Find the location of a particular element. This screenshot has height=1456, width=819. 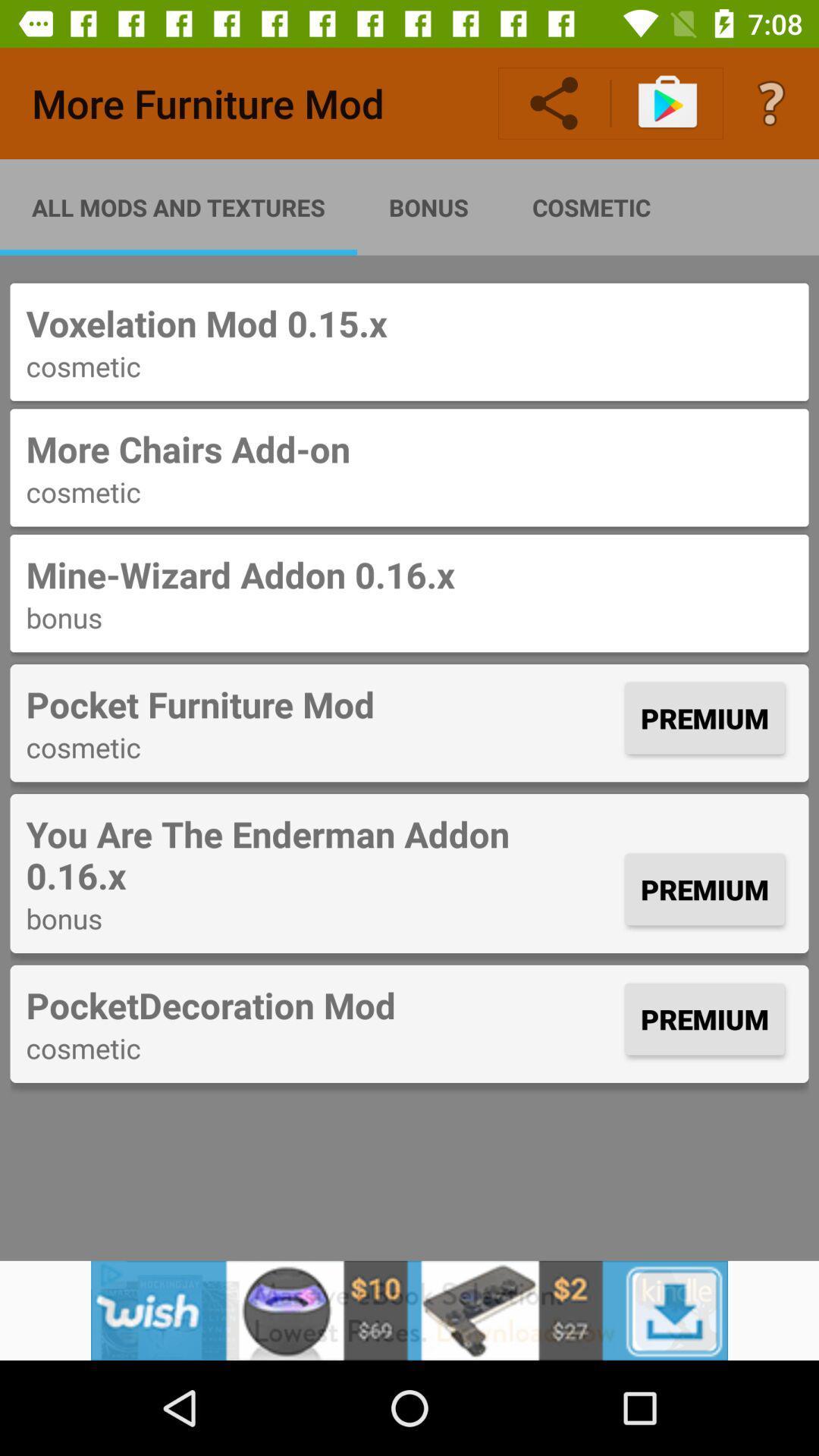

minewizard addon 016x option is located at coordinates (409, 592).